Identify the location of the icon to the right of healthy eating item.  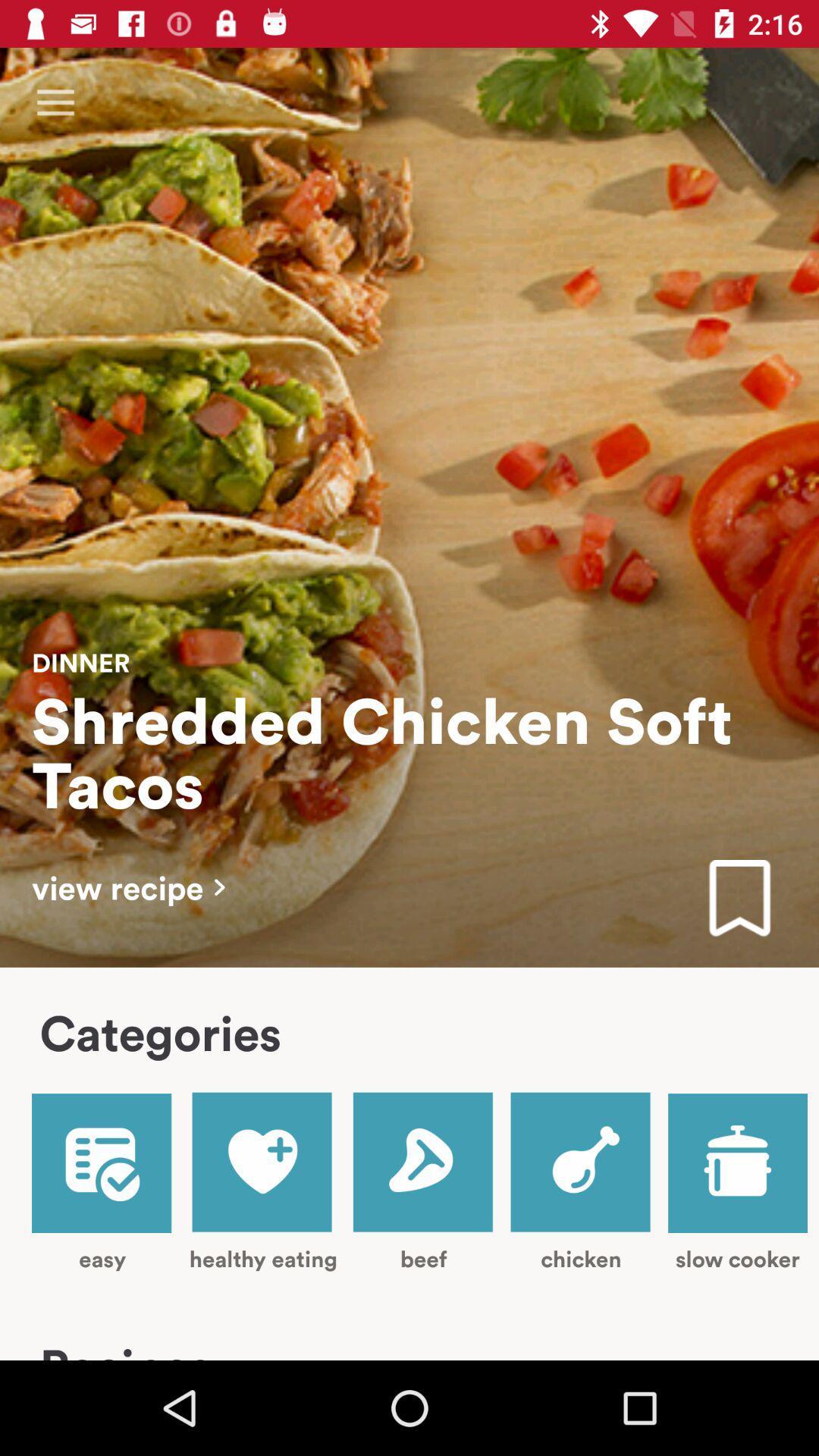
(424, 1181).